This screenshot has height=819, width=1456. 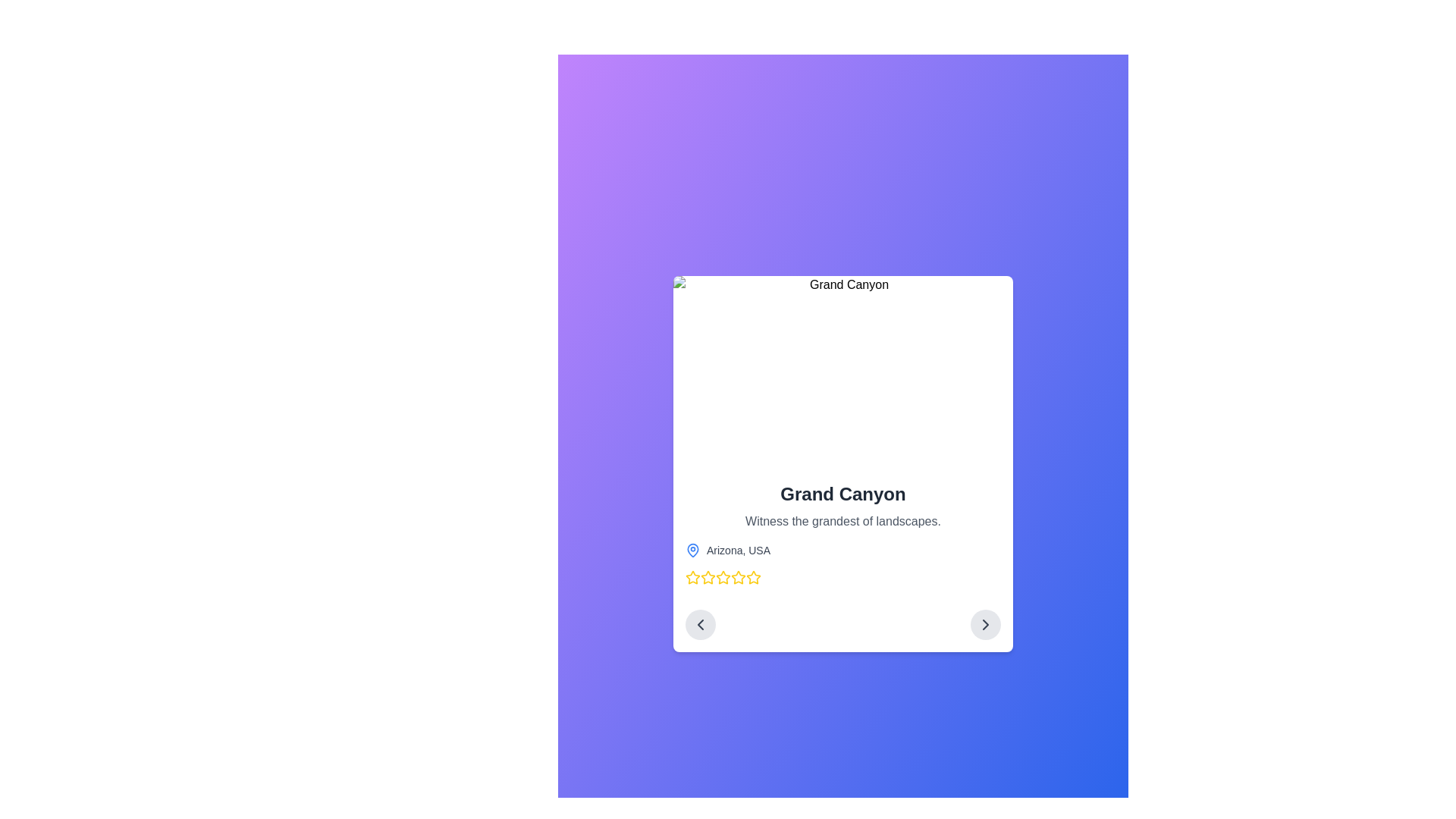 What do you see at coordinates (753, 577) in the screenshot?
I see `the fourth star in the star rating icon row below 'Arizona, USA' to rate it` at bounding box center [753, 577].